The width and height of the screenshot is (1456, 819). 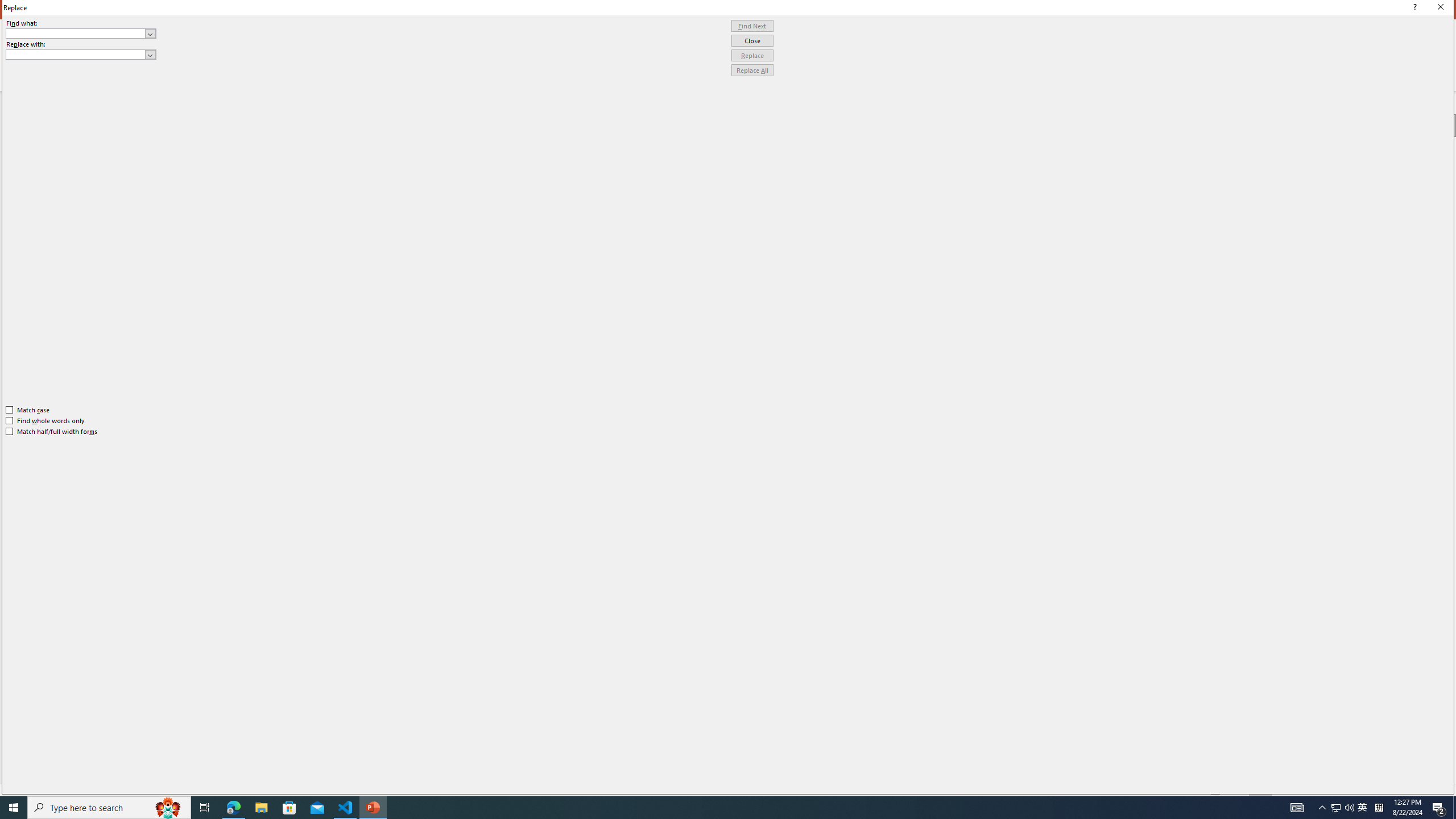 What do you see at coordinates (752, 26) in the screenshot?
I see `'Find Next'` at bounding box center [752, 26].